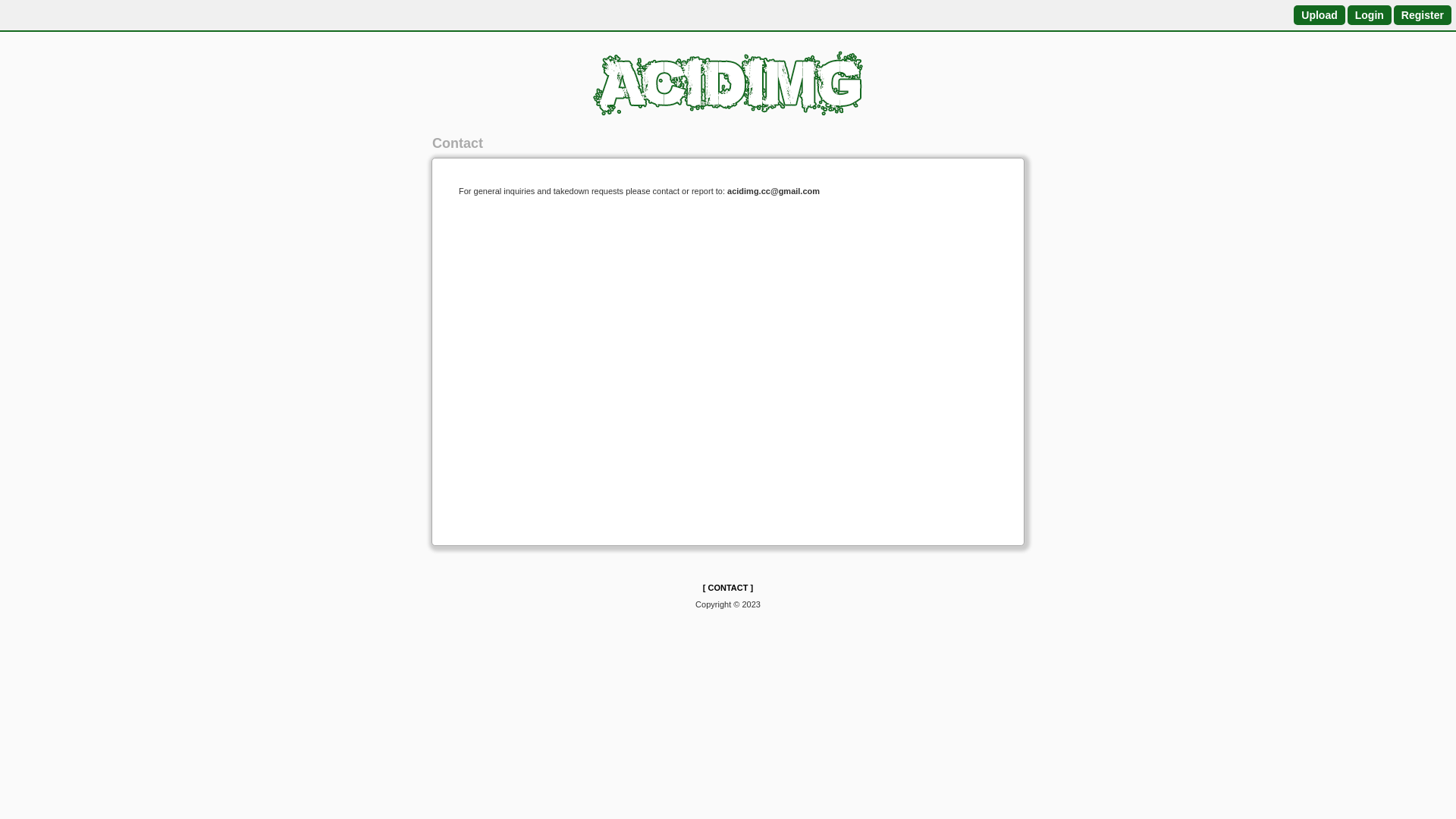 The height and width of the screenshot is (819, 1456). What do you see at coordinates (1369, 14) in the screenshot?
I see `'Login'` at bounding box center [1369, 14].